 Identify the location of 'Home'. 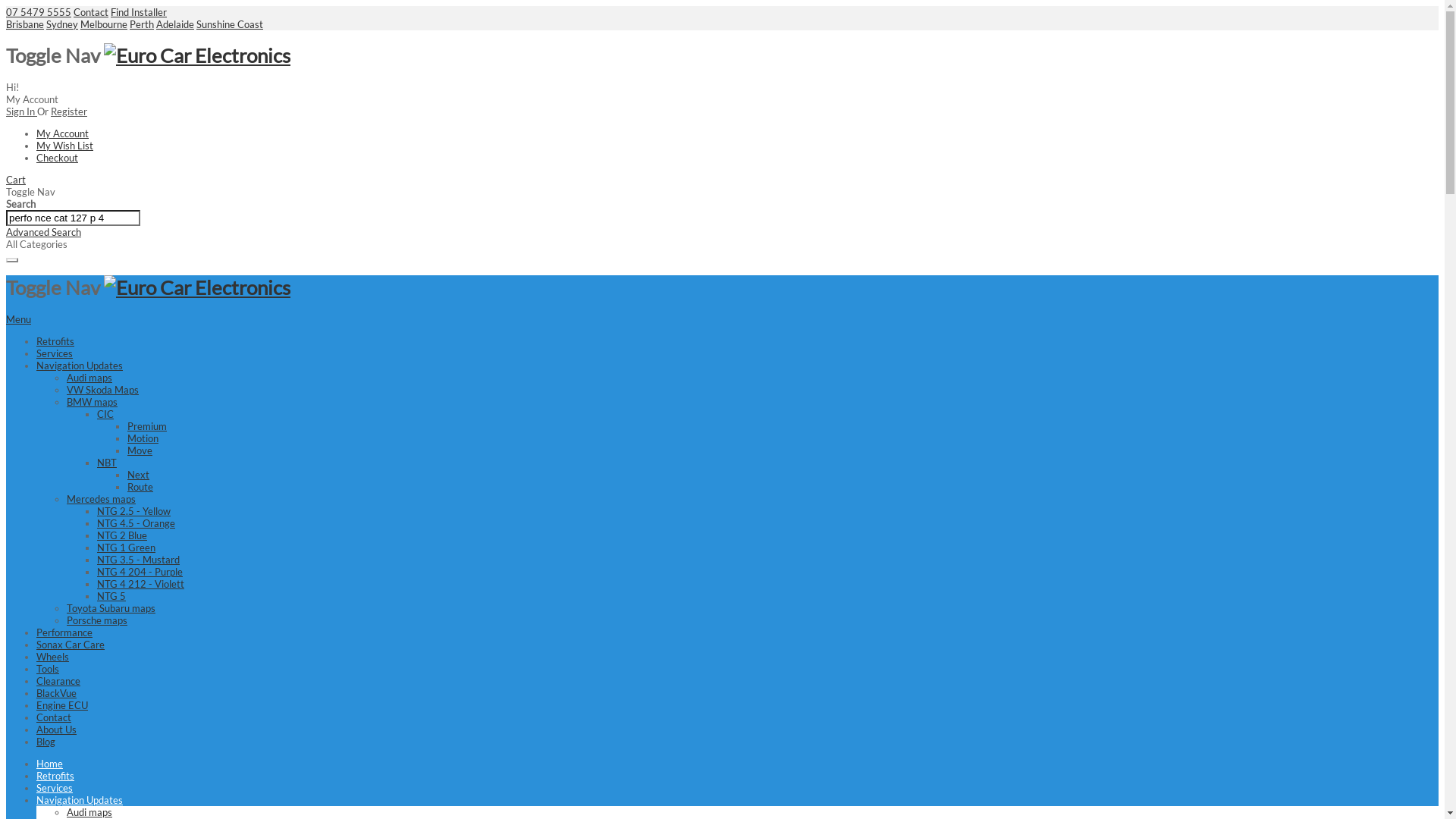
(49, 763).